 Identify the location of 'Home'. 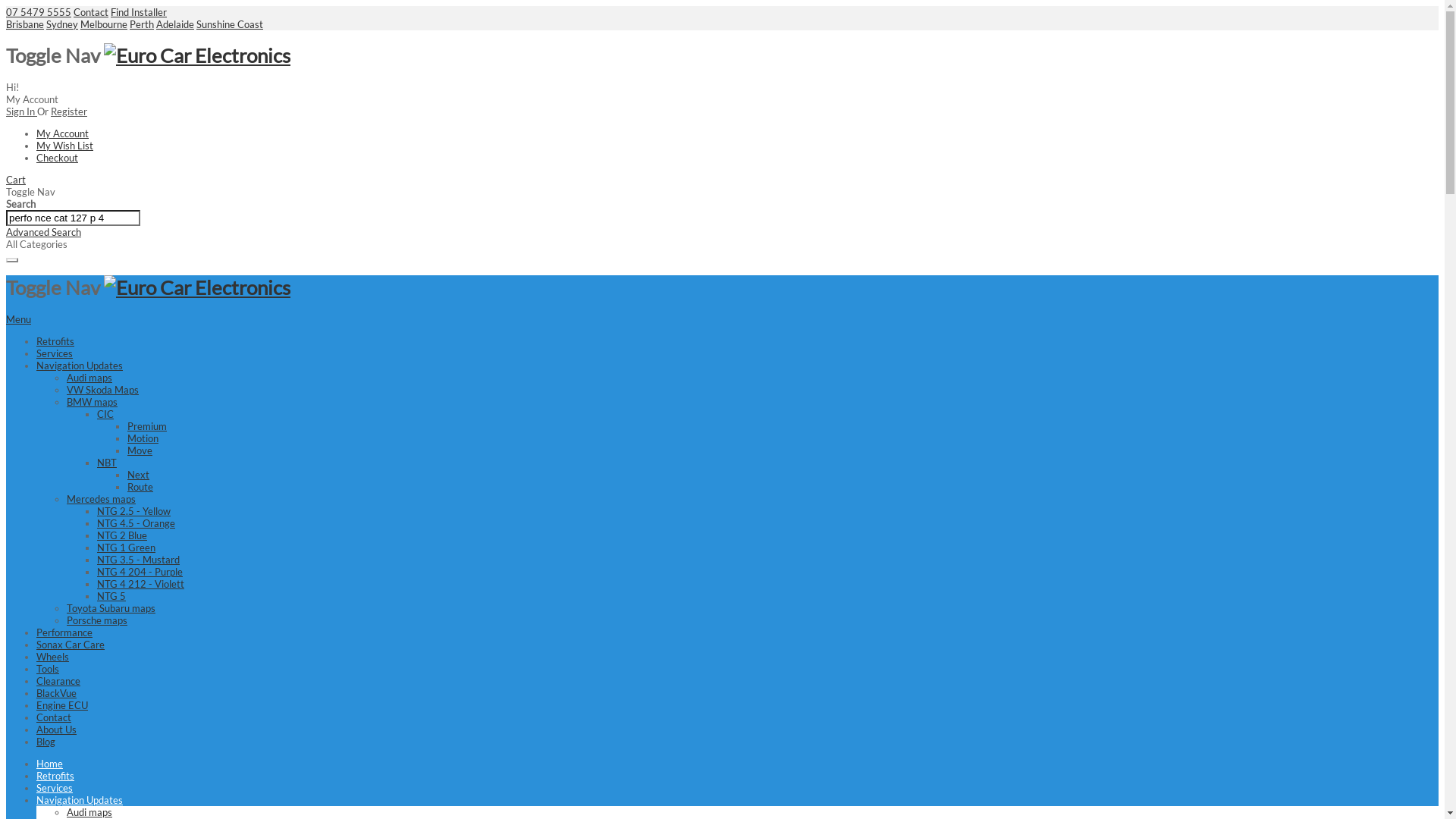
(49, 763).